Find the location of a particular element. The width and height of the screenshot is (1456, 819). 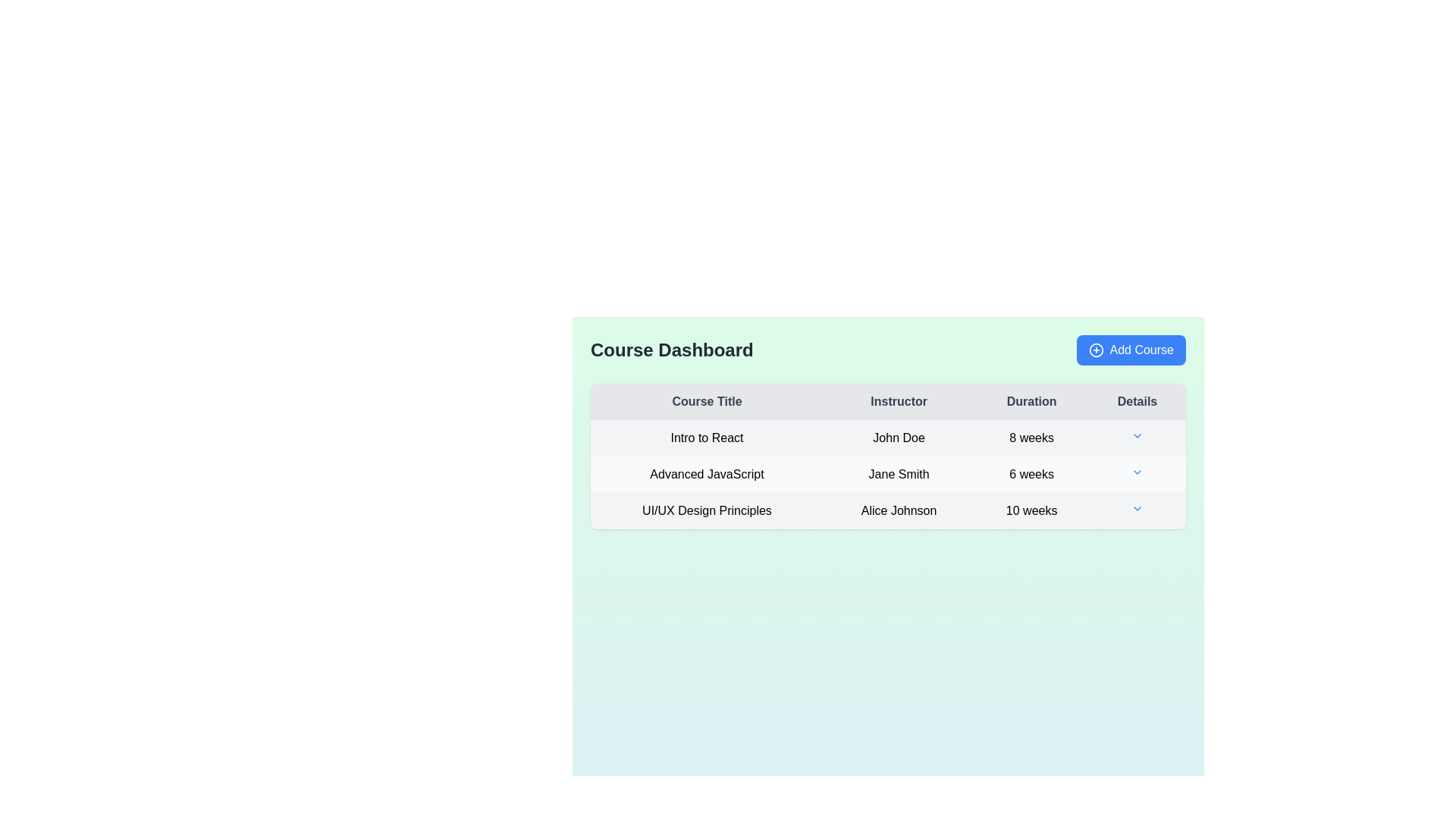

the Table Header Row containing the titles 'Course Title', 'Instructor', 'Duration', and 'Details', which is located at the top of the table with a light gray background is located at coordinates (888, 400).